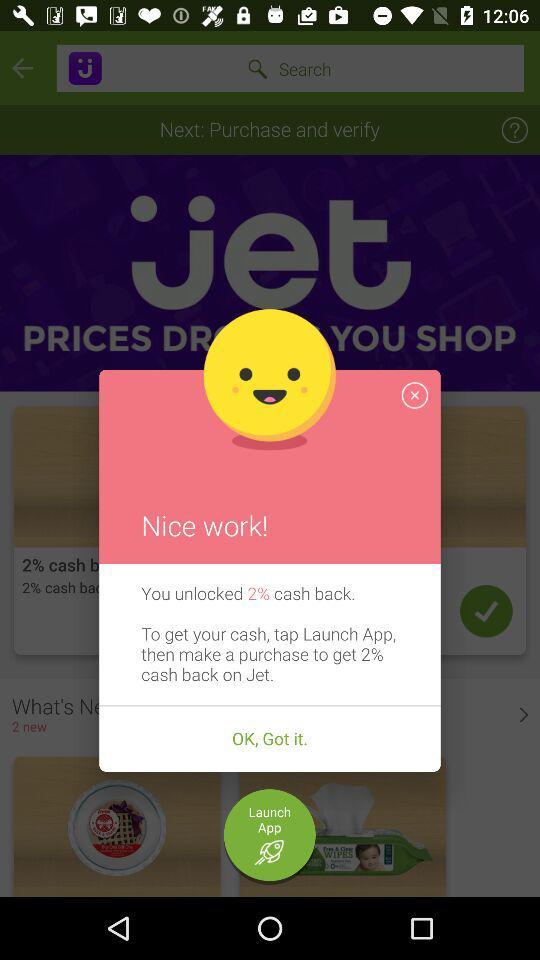  What do you see at coordinates (270, 738) in the screenshot?
I see `the ok, got it. item` at bounding box center [270, 738].